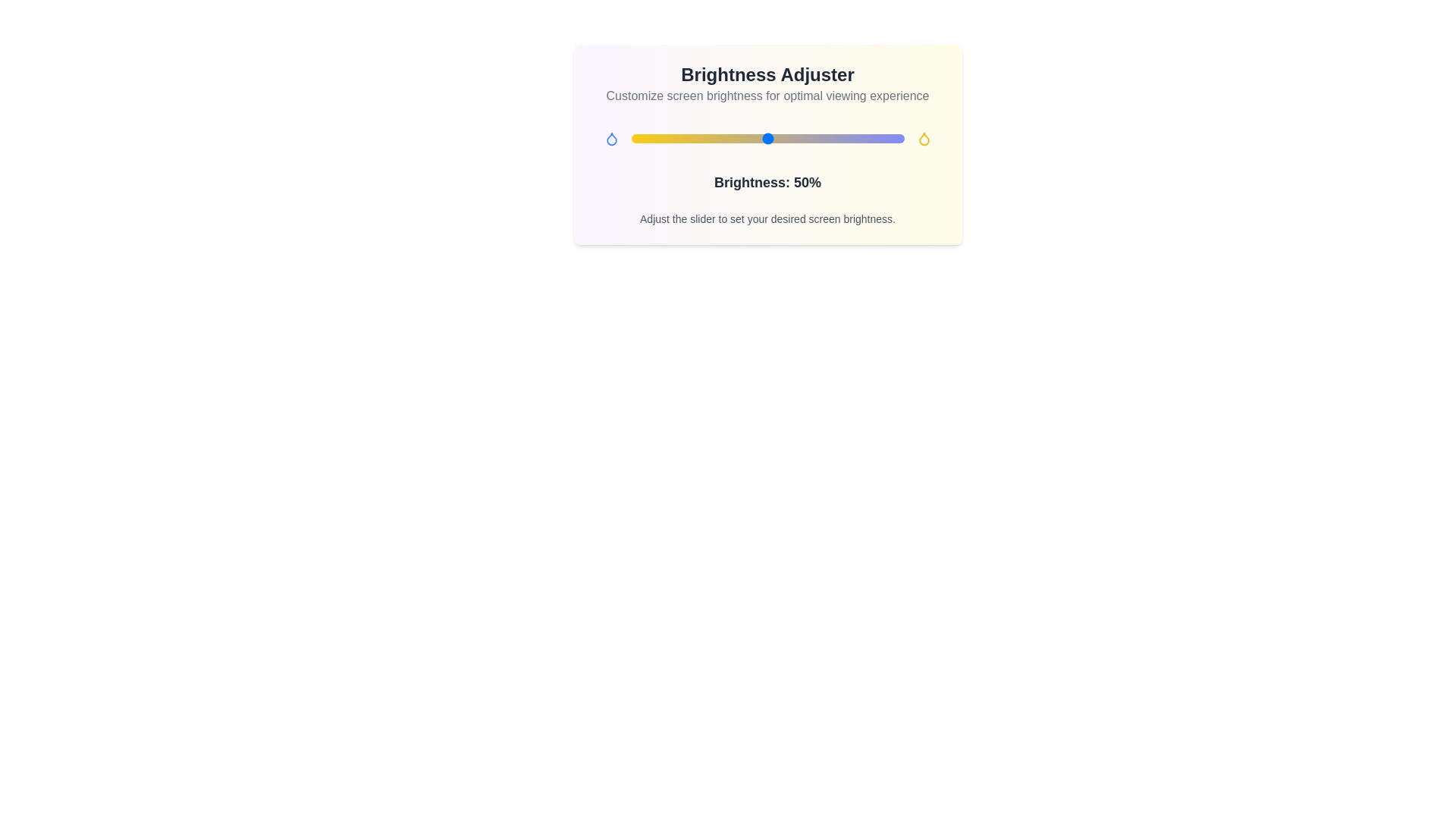  I want to click on the brightness slider to 3% to observe the gradient, so click(639, 138).